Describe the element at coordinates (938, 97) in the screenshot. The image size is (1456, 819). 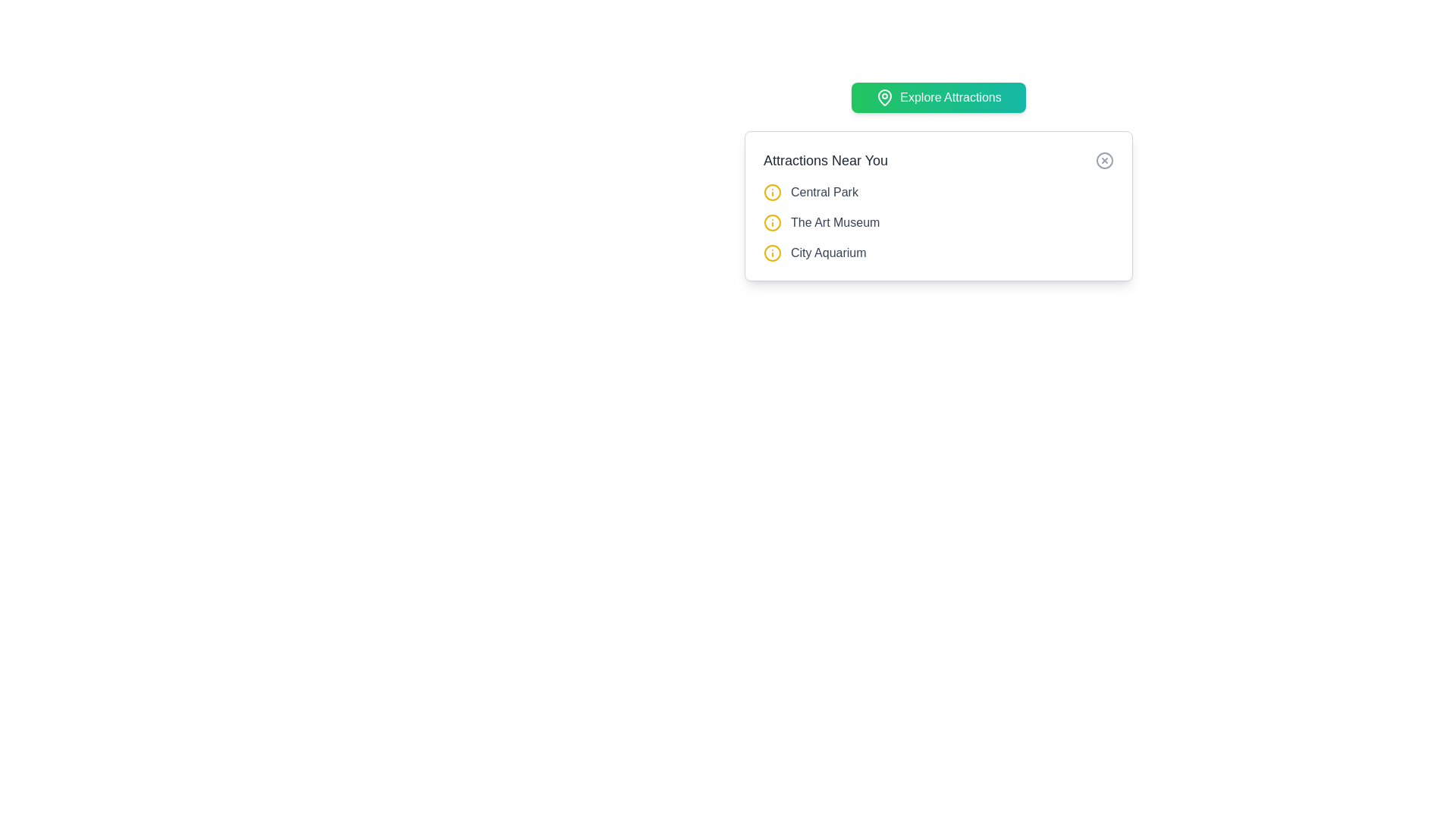
I see `the rectangular button with rounded corners and a gradient background labeled 'Explore Attractions'` at that location.